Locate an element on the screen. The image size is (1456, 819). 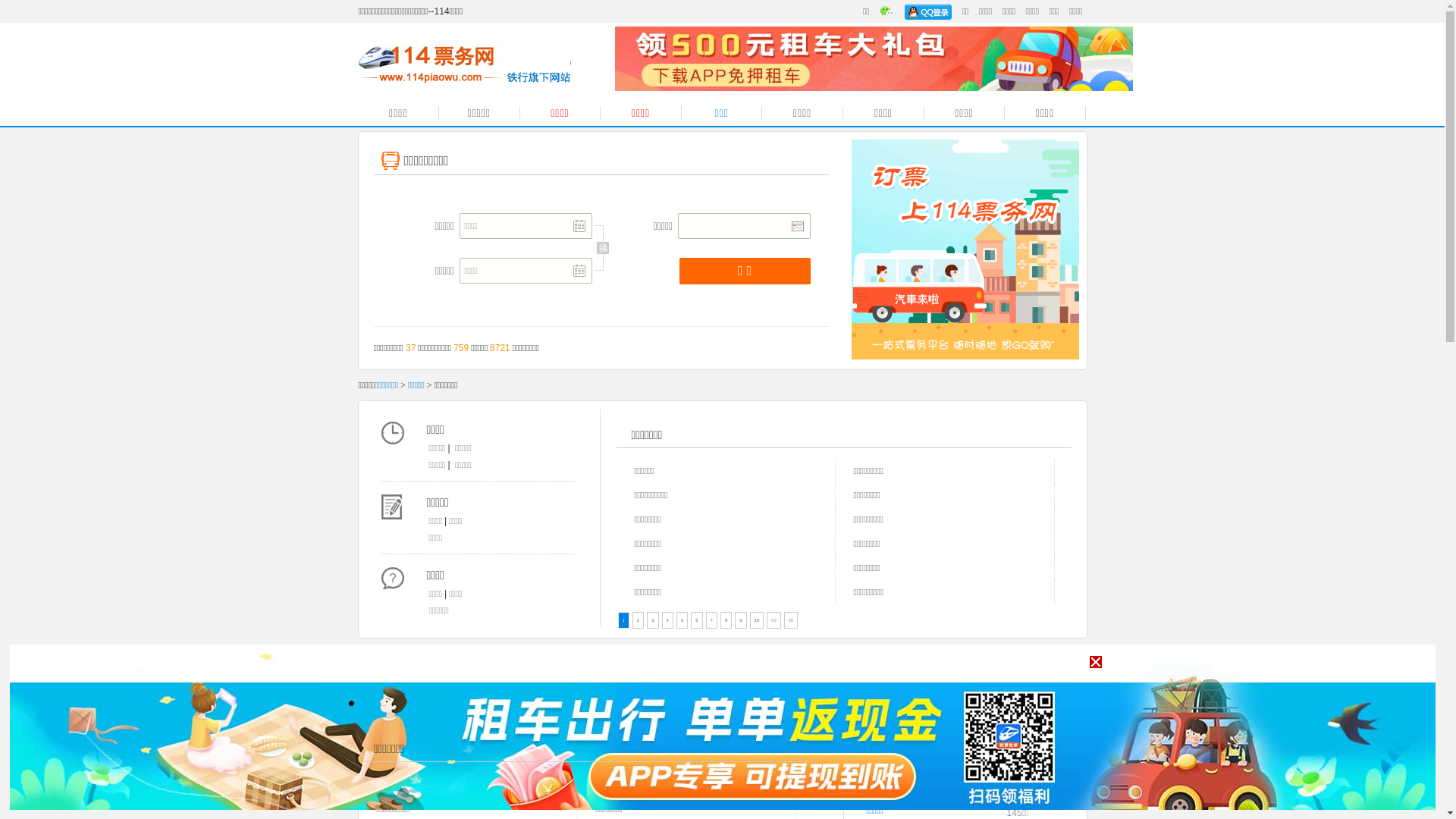
'5' is located at coordinates (681, 620).